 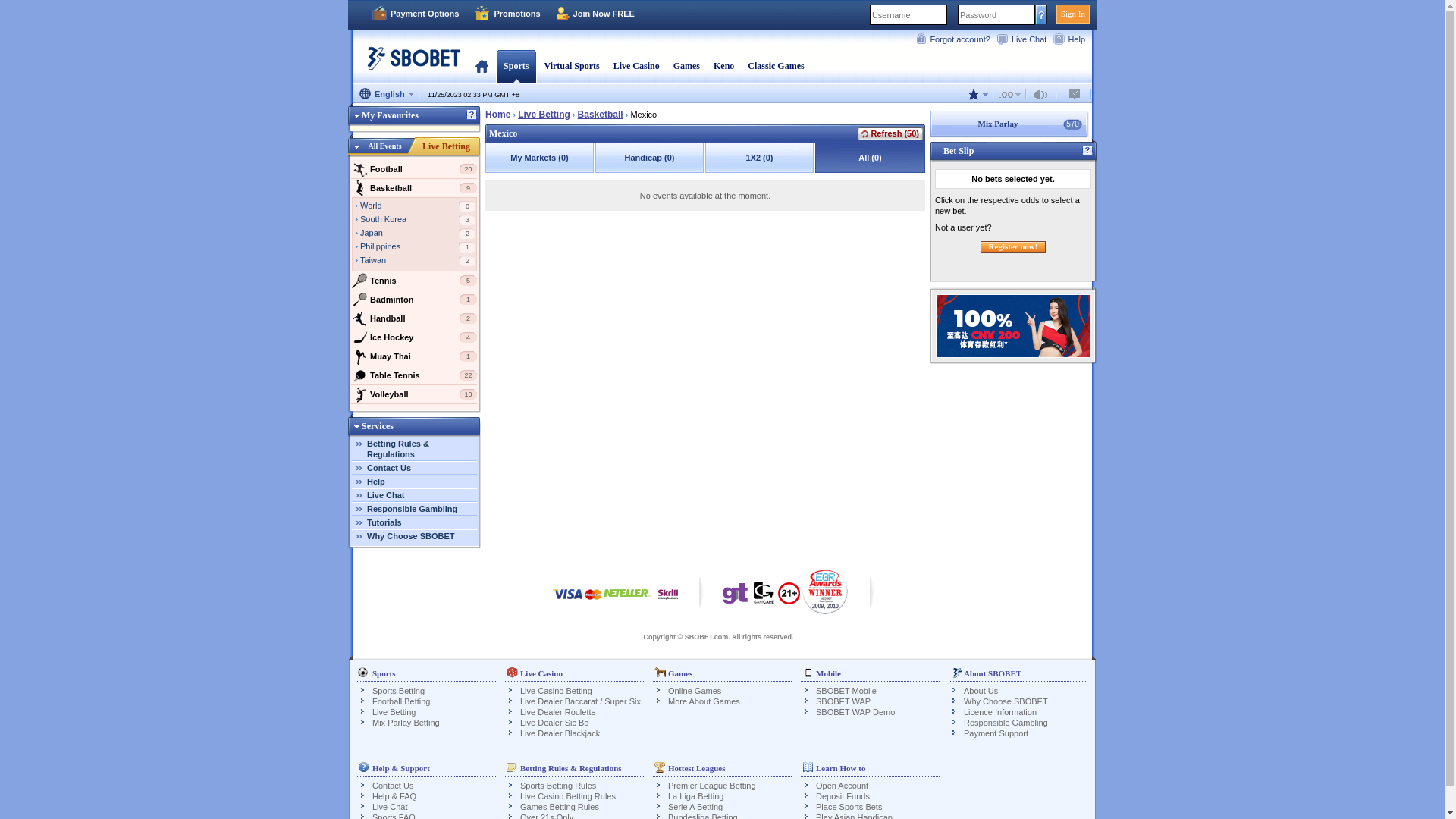 I want to click on 'La Liga Betting', so click(x=695, y=795).